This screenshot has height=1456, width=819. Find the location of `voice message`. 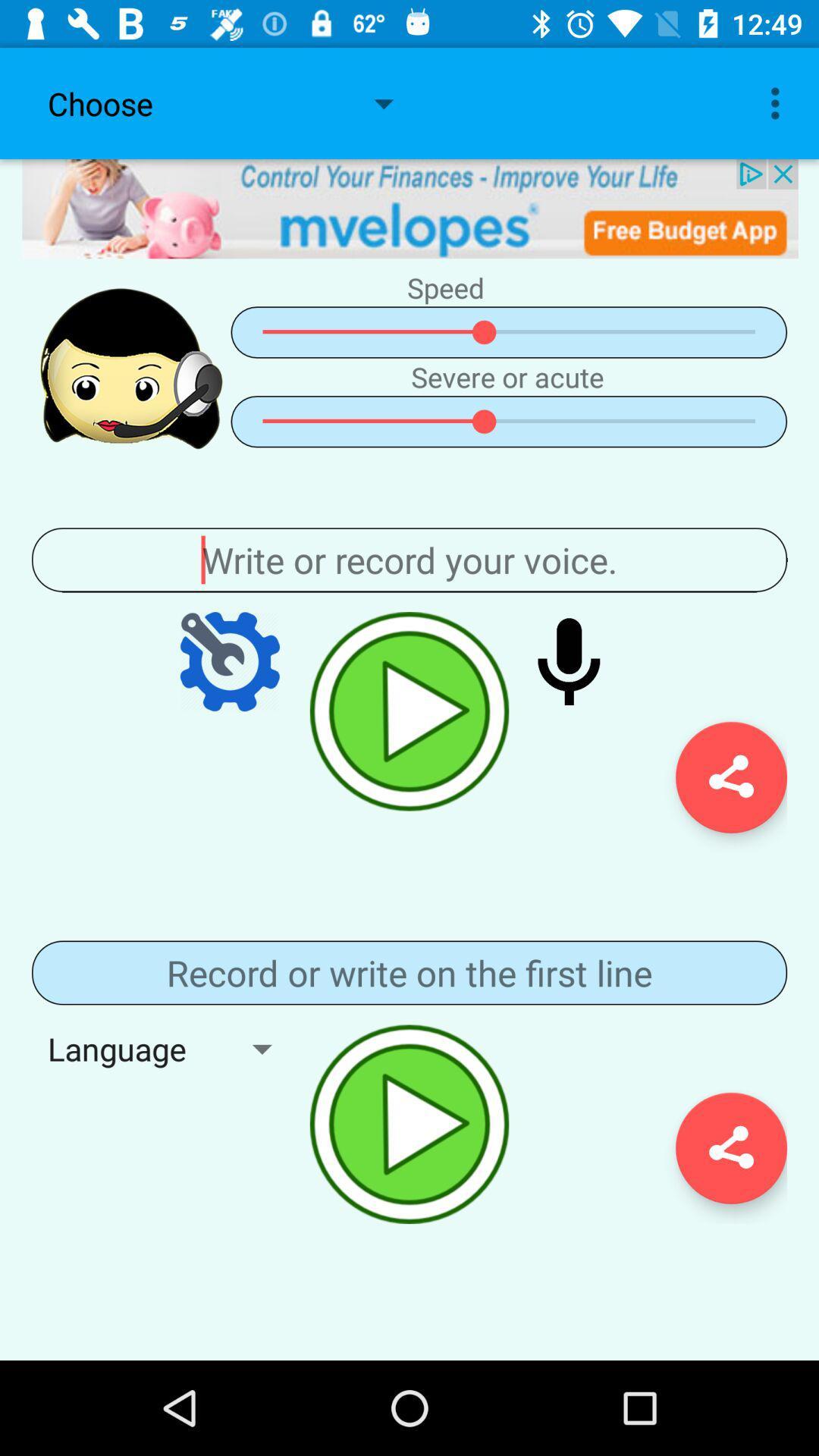

voice message is located at coordinates (569, 661).